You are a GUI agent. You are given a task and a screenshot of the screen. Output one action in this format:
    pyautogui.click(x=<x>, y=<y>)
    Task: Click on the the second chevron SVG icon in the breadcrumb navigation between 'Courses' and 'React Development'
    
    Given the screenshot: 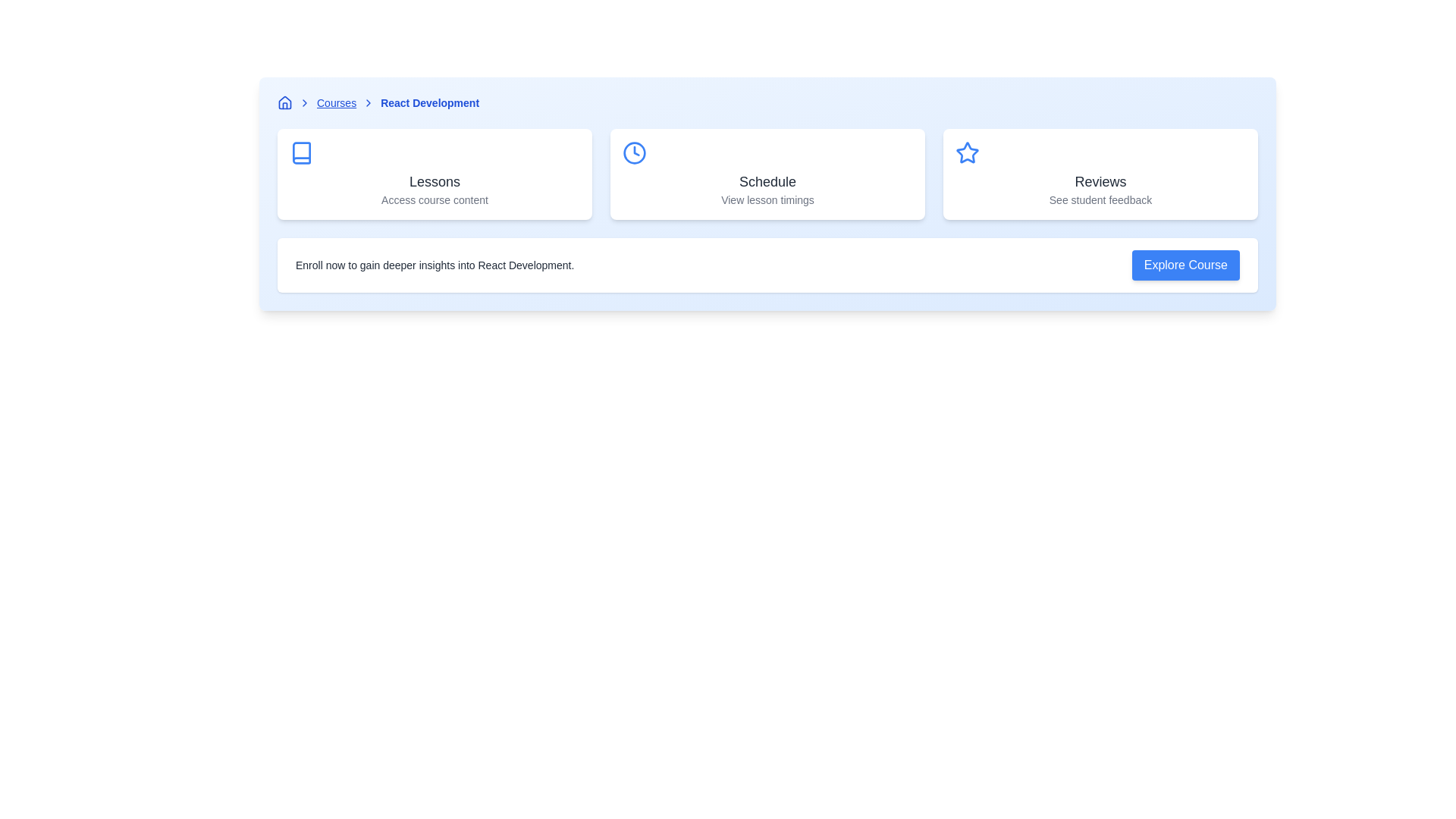 What is the action you would take?
    pyautogui.click(x=369, y=102)
    